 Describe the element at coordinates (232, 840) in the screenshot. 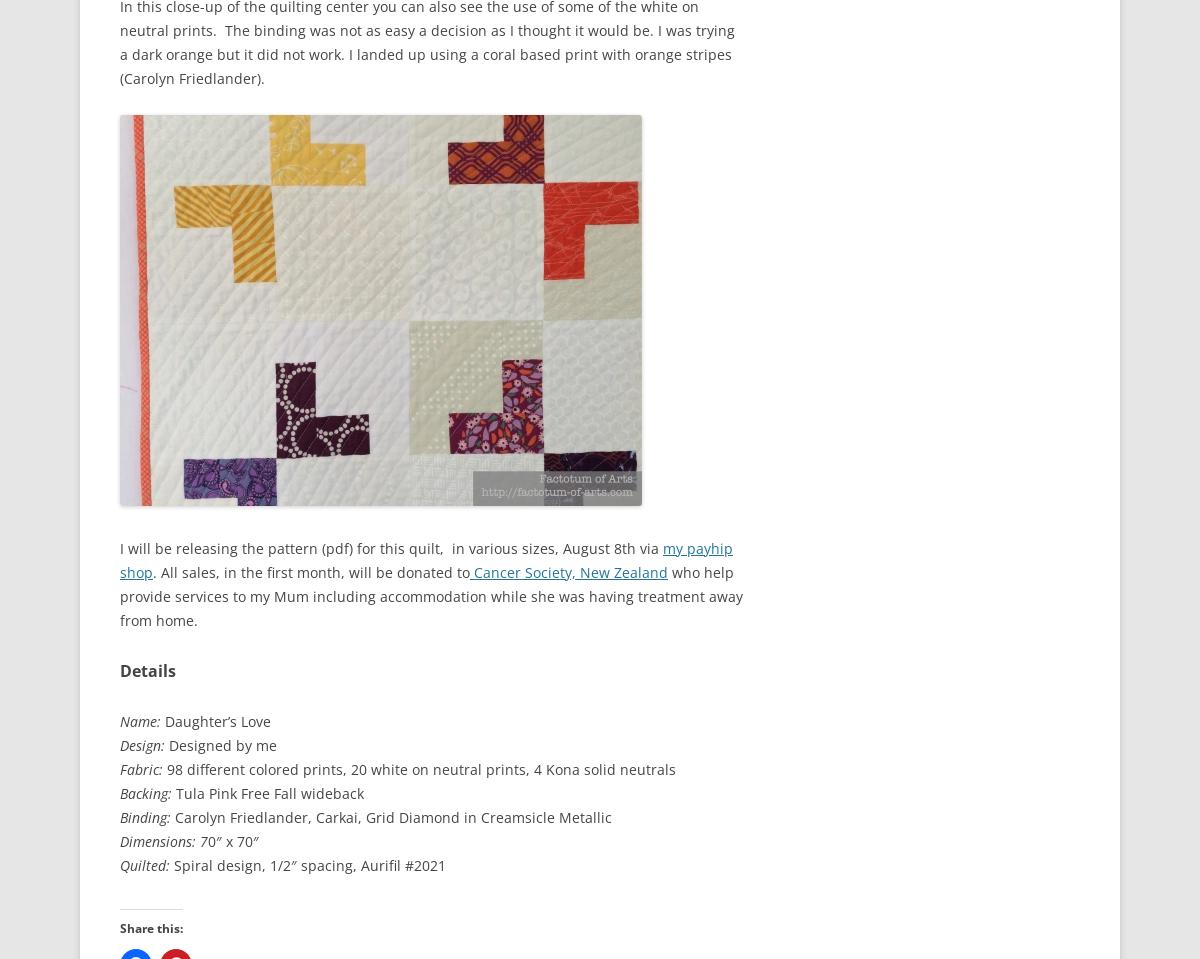

I see `'0″ x 70″'` at that location.